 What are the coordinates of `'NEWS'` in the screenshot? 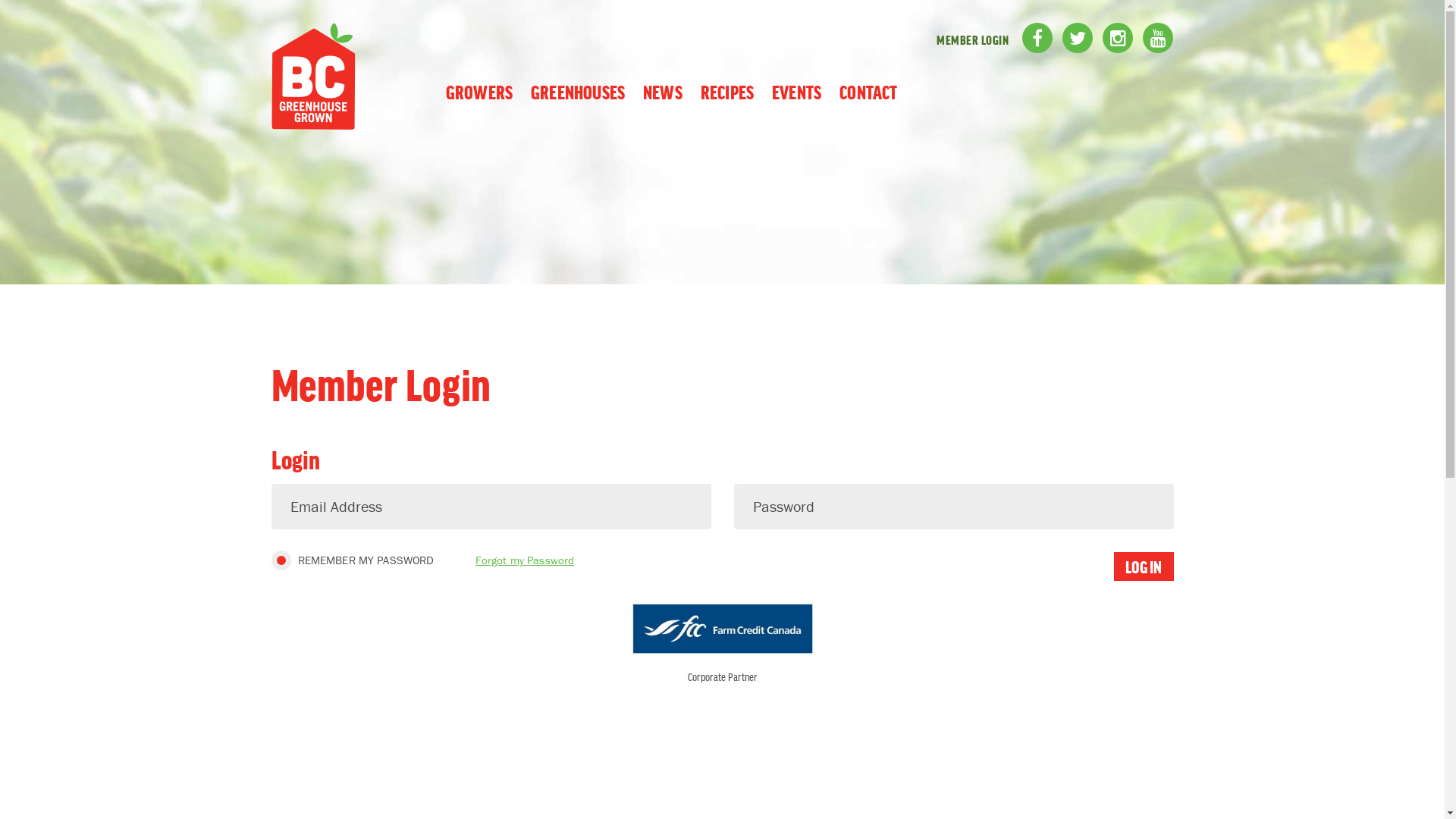 It's located at (662, 91).